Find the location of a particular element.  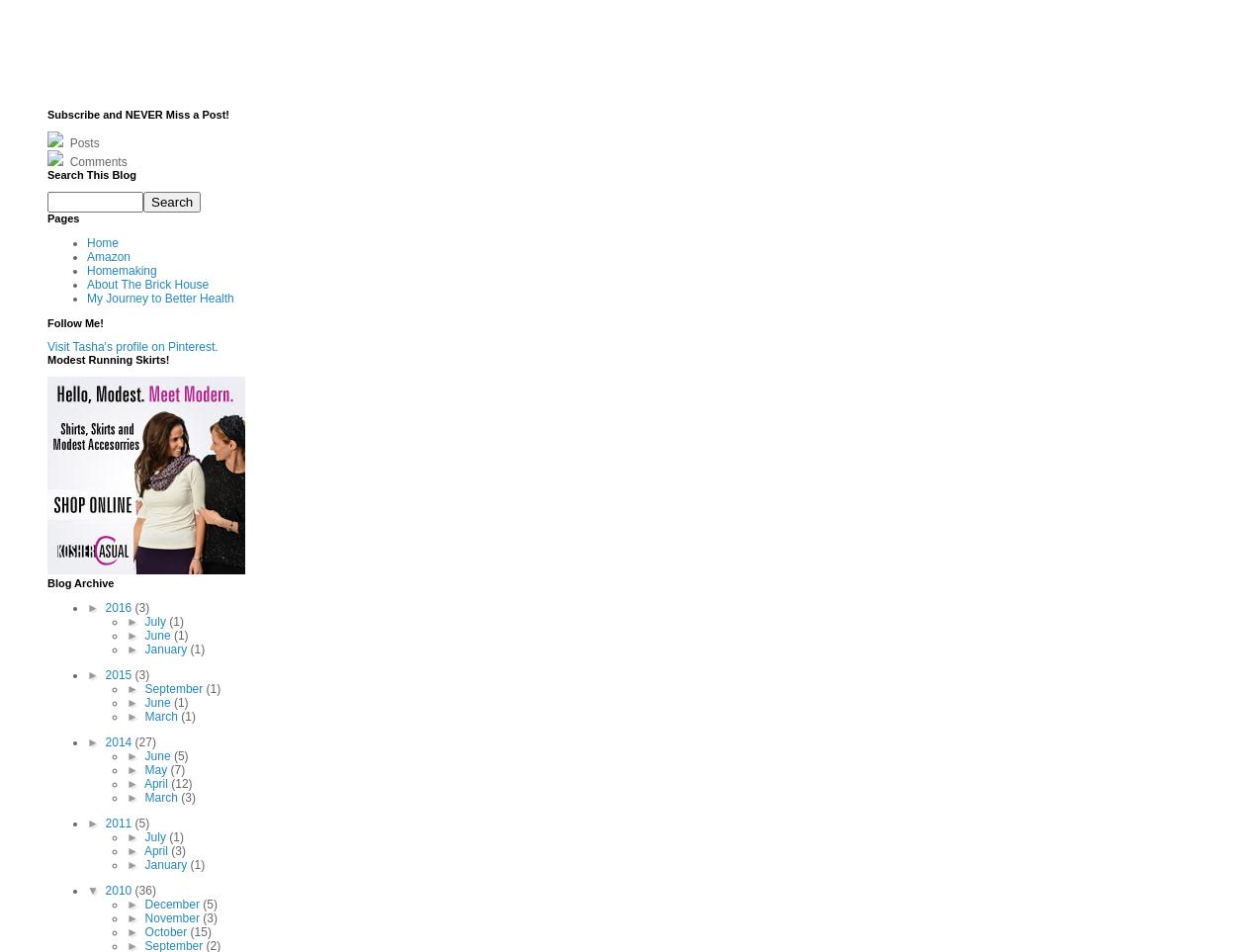

'(36)' is located at coordinates (144, 889).